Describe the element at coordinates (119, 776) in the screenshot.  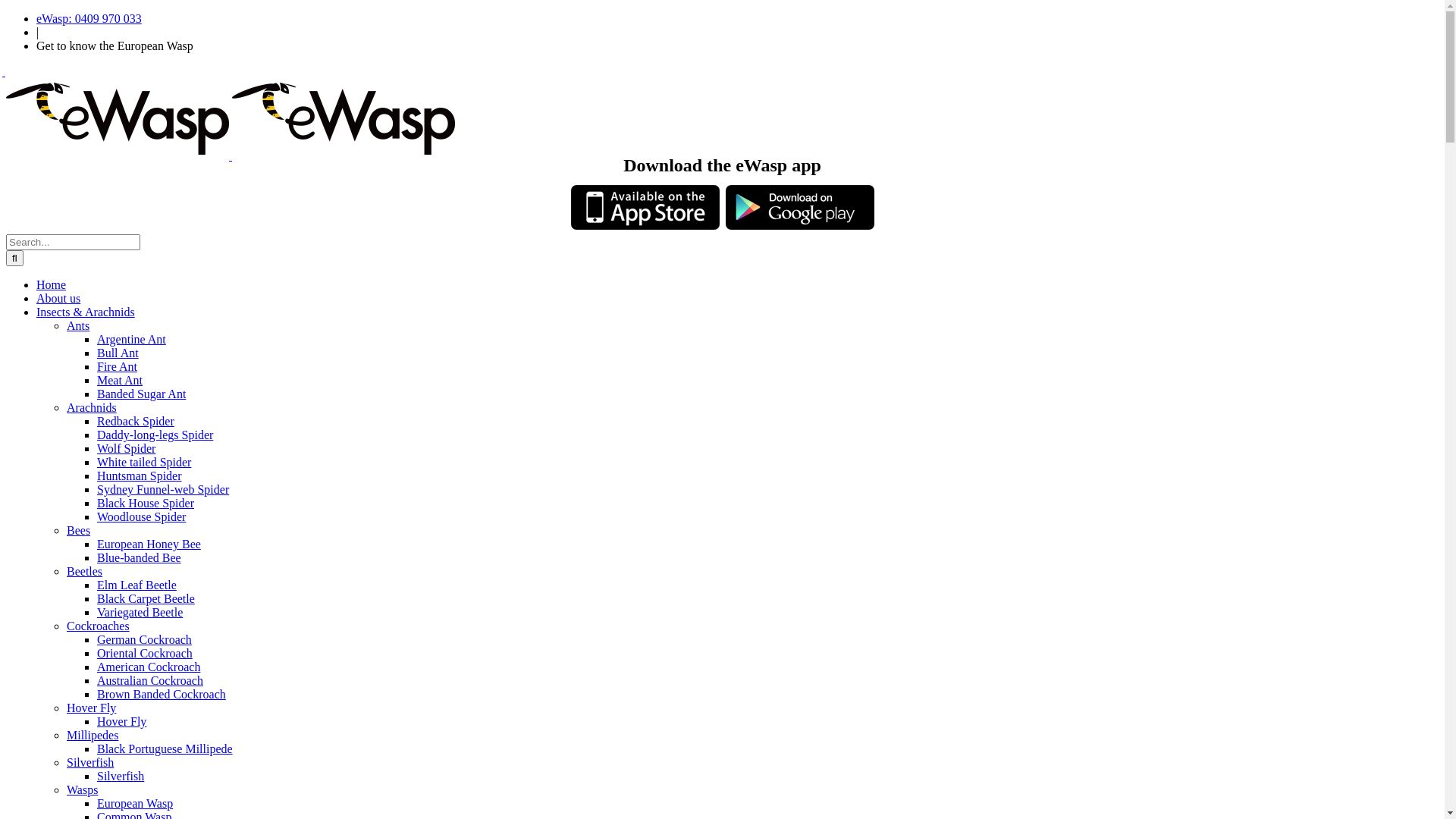
I see `'Silverfish'` at that location.